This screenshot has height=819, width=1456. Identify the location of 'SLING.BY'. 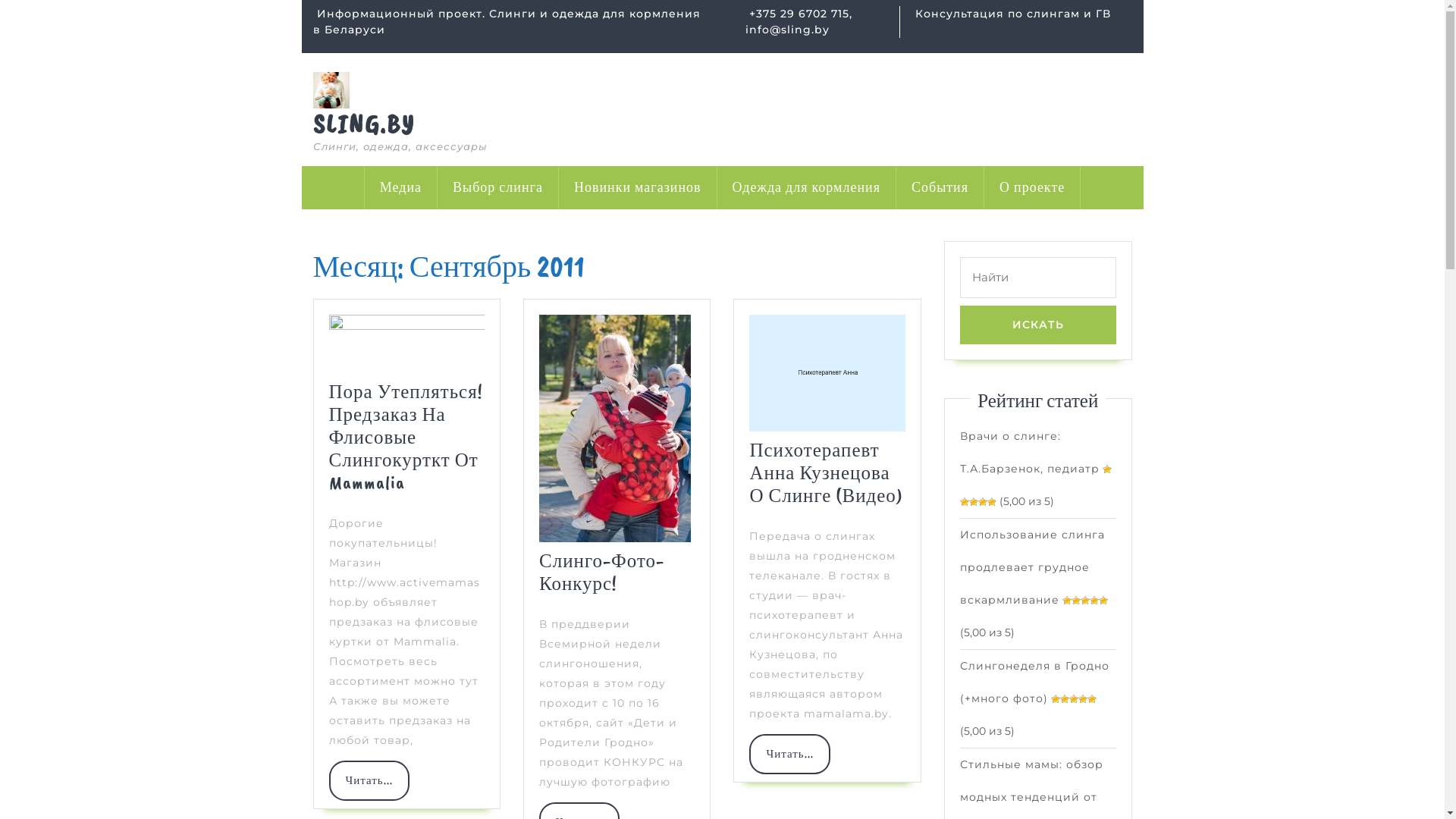
(362, 123).